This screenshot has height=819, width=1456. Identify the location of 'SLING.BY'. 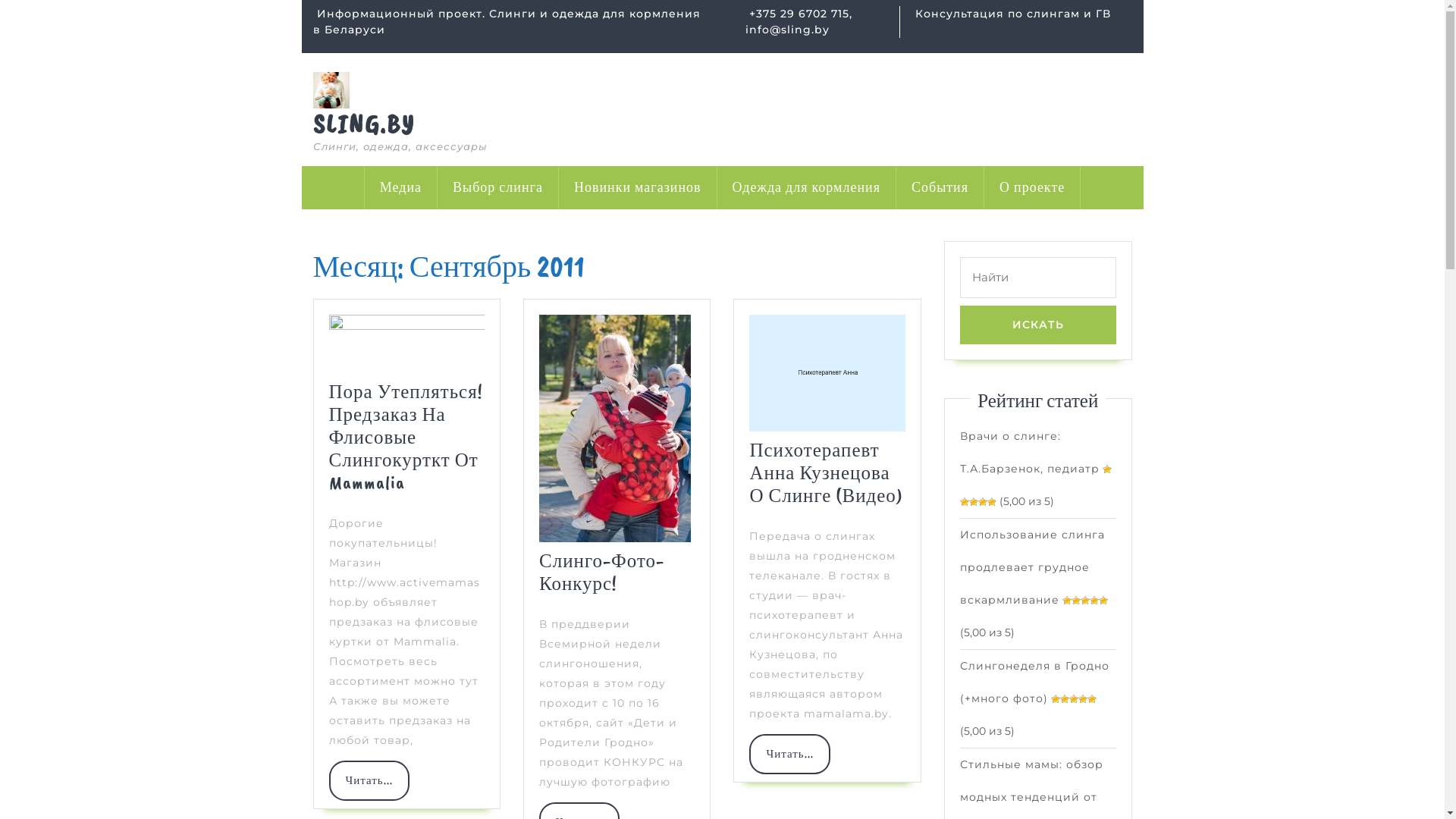
(362, 123).